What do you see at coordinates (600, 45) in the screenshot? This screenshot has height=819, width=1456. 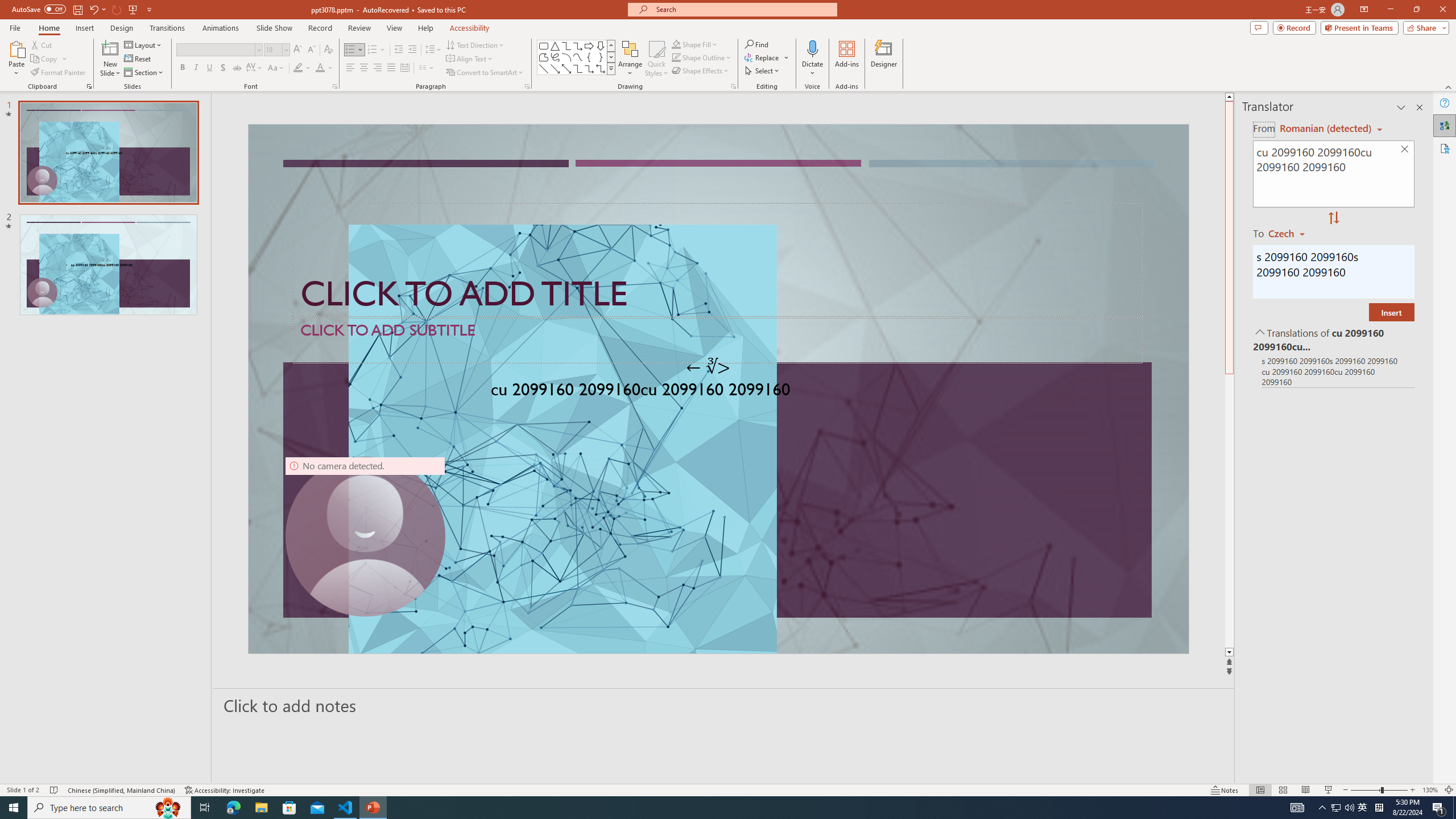 I see `'Arrow: Down'` at bounding box center [600, 45].